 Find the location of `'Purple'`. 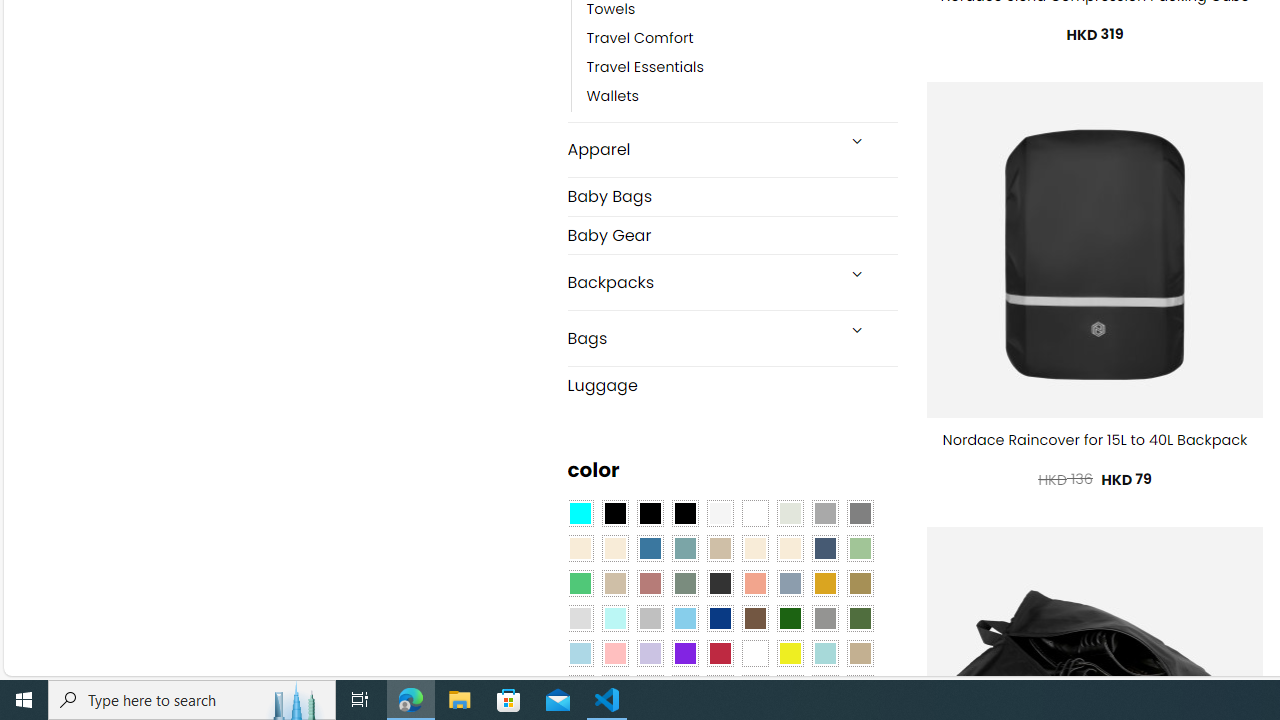

'Purple' is located at coordinates (684, 653).